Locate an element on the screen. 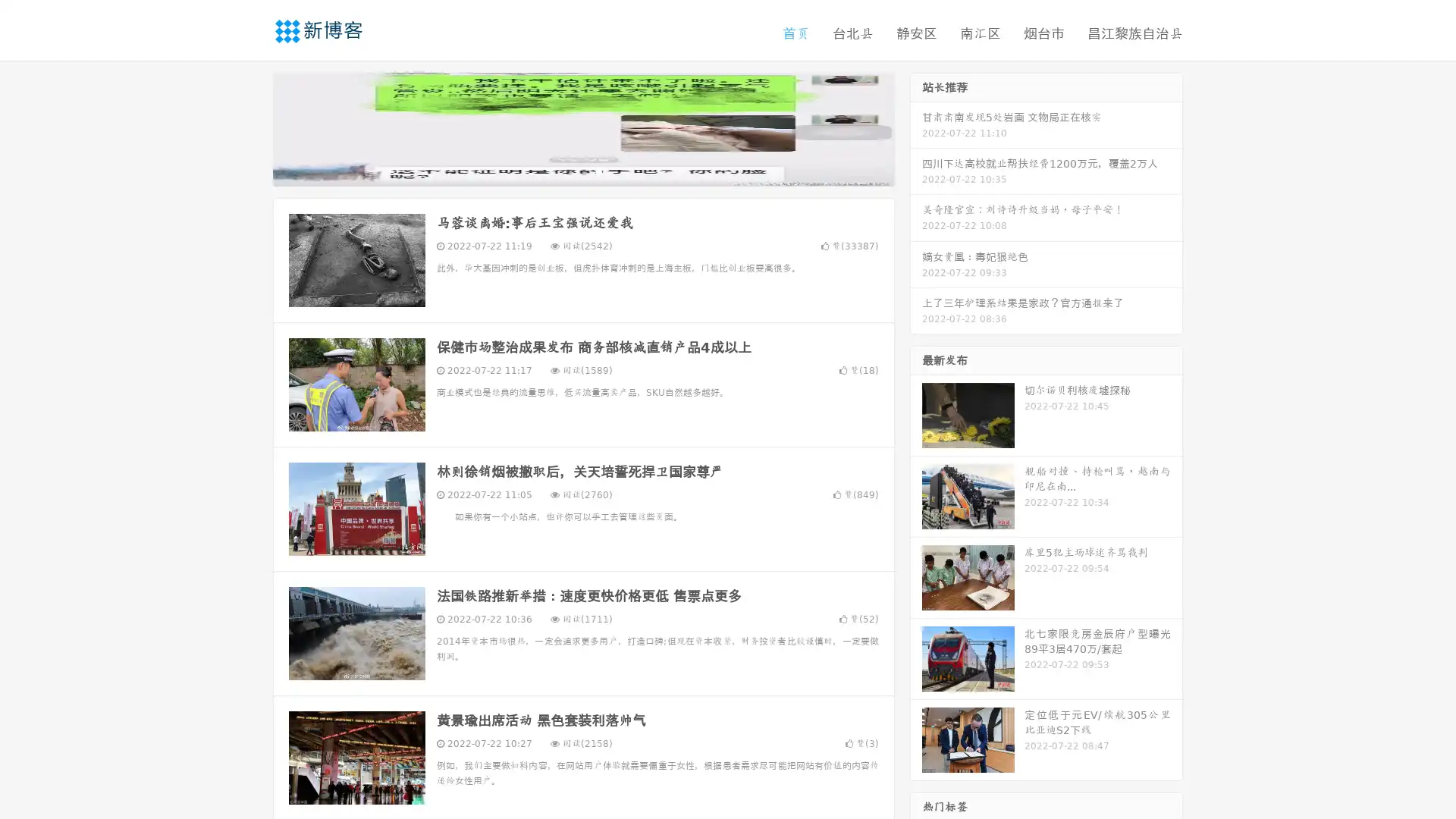 The image size is (1456, 819). Go to slide 2 is located at coordinates (582, 171).